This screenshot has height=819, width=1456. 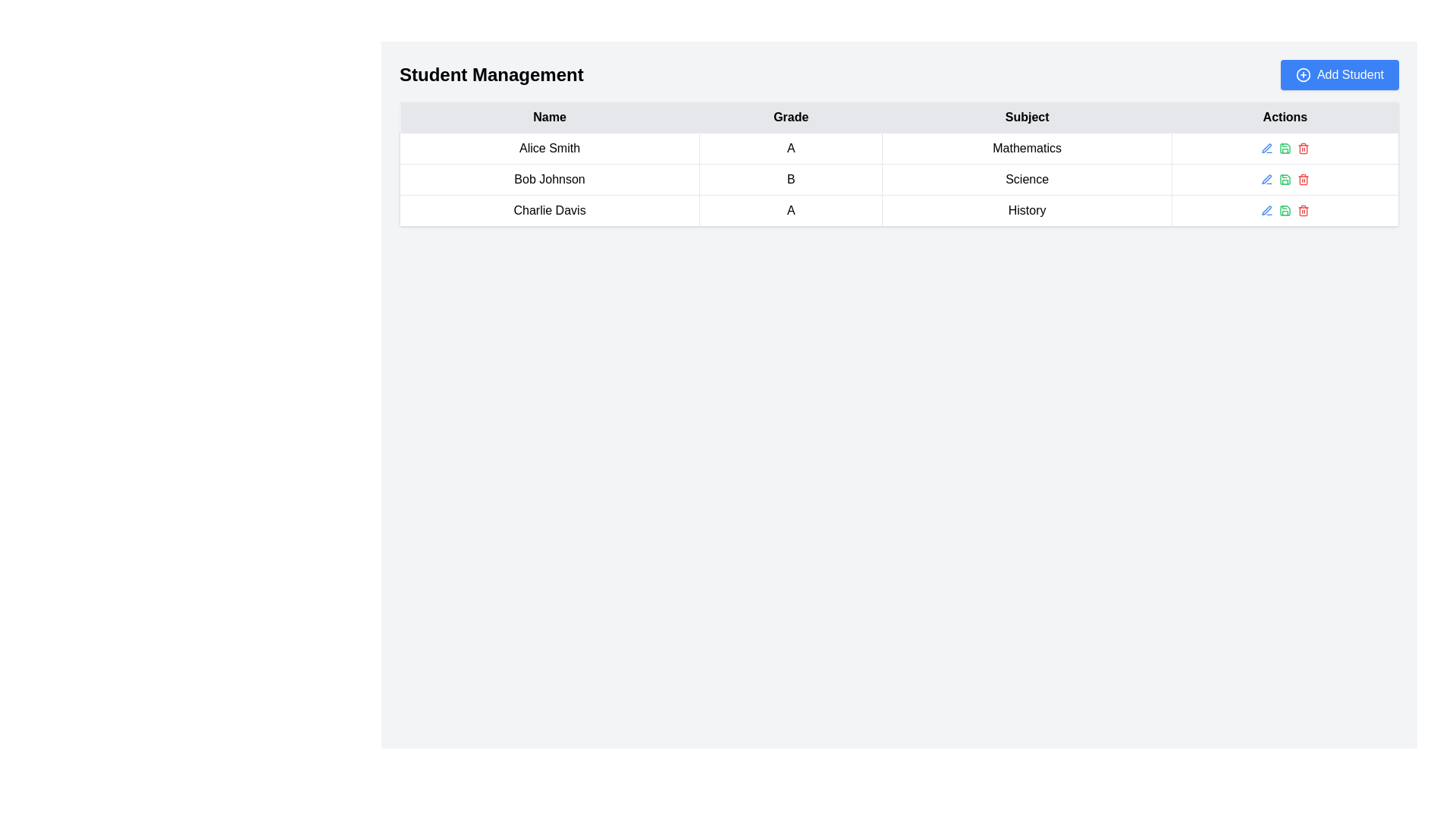 What do you see at coordinates (1284, 210) in the screenshot?
I see `the upper left region of the green outlined folder save icon located in the actions column of the table row for Charlie Davis to initiate the saving action` at bounding box center [1284, 210].